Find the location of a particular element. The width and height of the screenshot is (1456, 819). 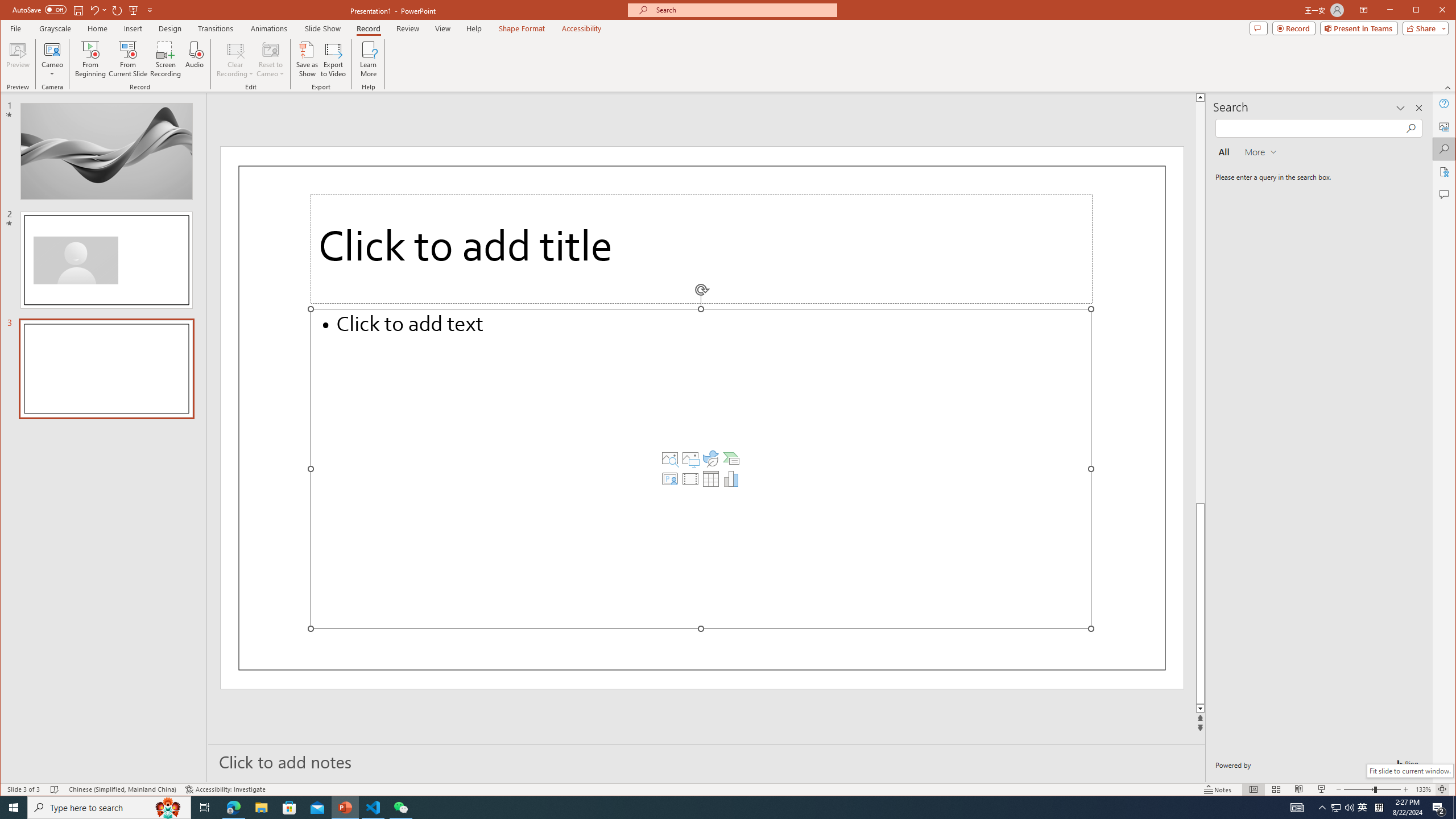

'WeChat - 1 running window' is located at coordinates (401, 806).